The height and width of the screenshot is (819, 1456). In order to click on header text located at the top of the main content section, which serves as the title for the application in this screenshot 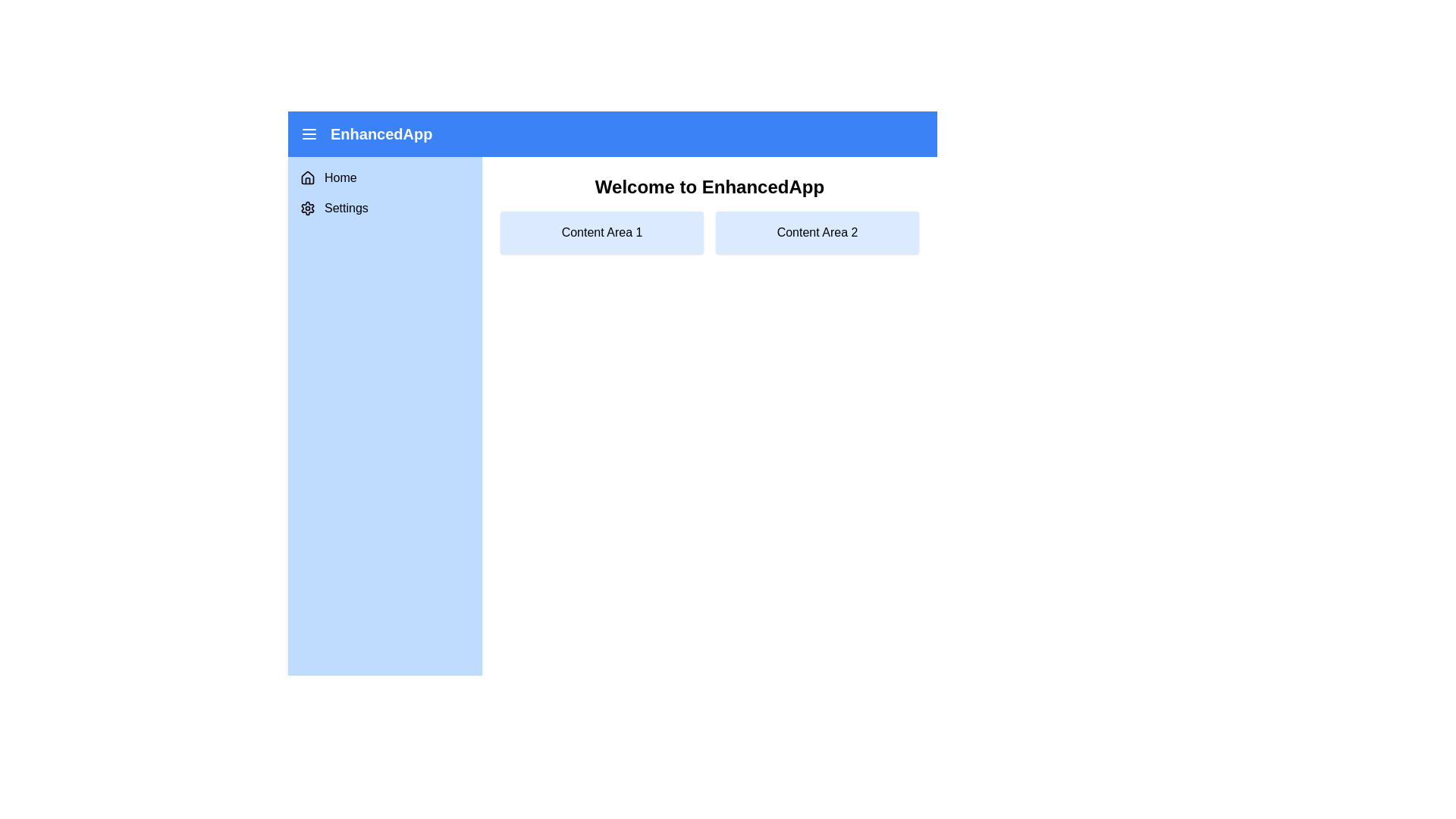, I will do `click(709, 186)`.